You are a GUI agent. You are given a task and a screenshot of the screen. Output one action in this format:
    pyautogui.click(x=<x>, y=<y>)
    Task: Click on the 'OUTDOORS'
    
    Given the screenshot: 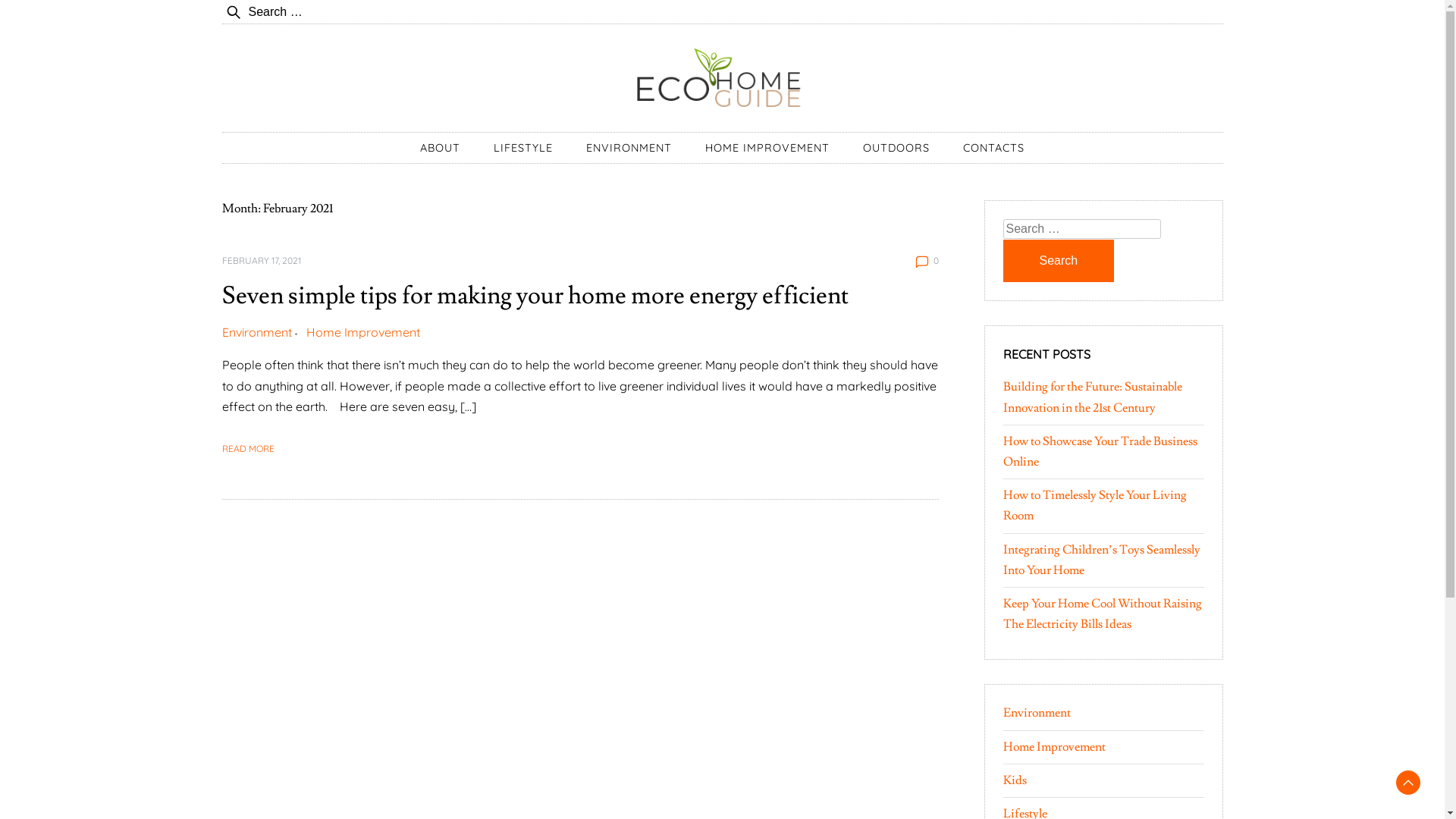 What is the action you would take?
    pyautogui.click(x=847, y=148)
    